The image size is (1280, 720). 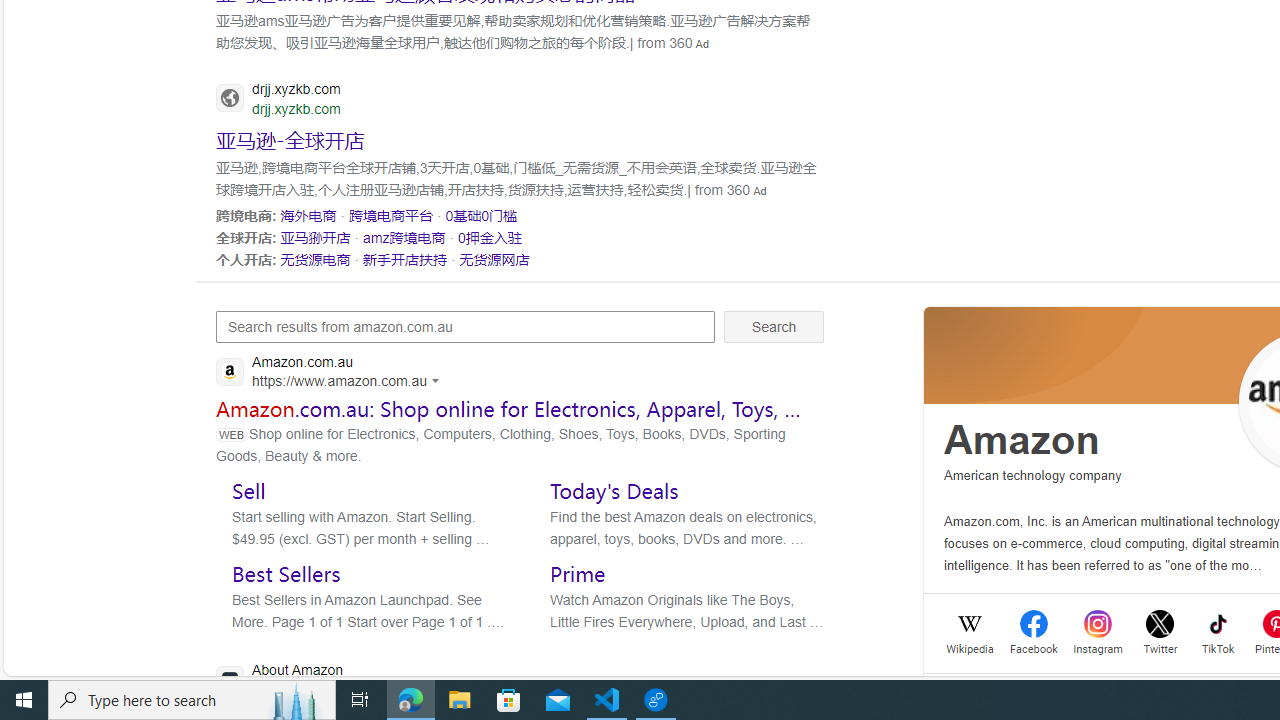 What do you see at coordinates (773, 325) in the screenshot?
I see `'Search'` at bounding box center [773, 325].